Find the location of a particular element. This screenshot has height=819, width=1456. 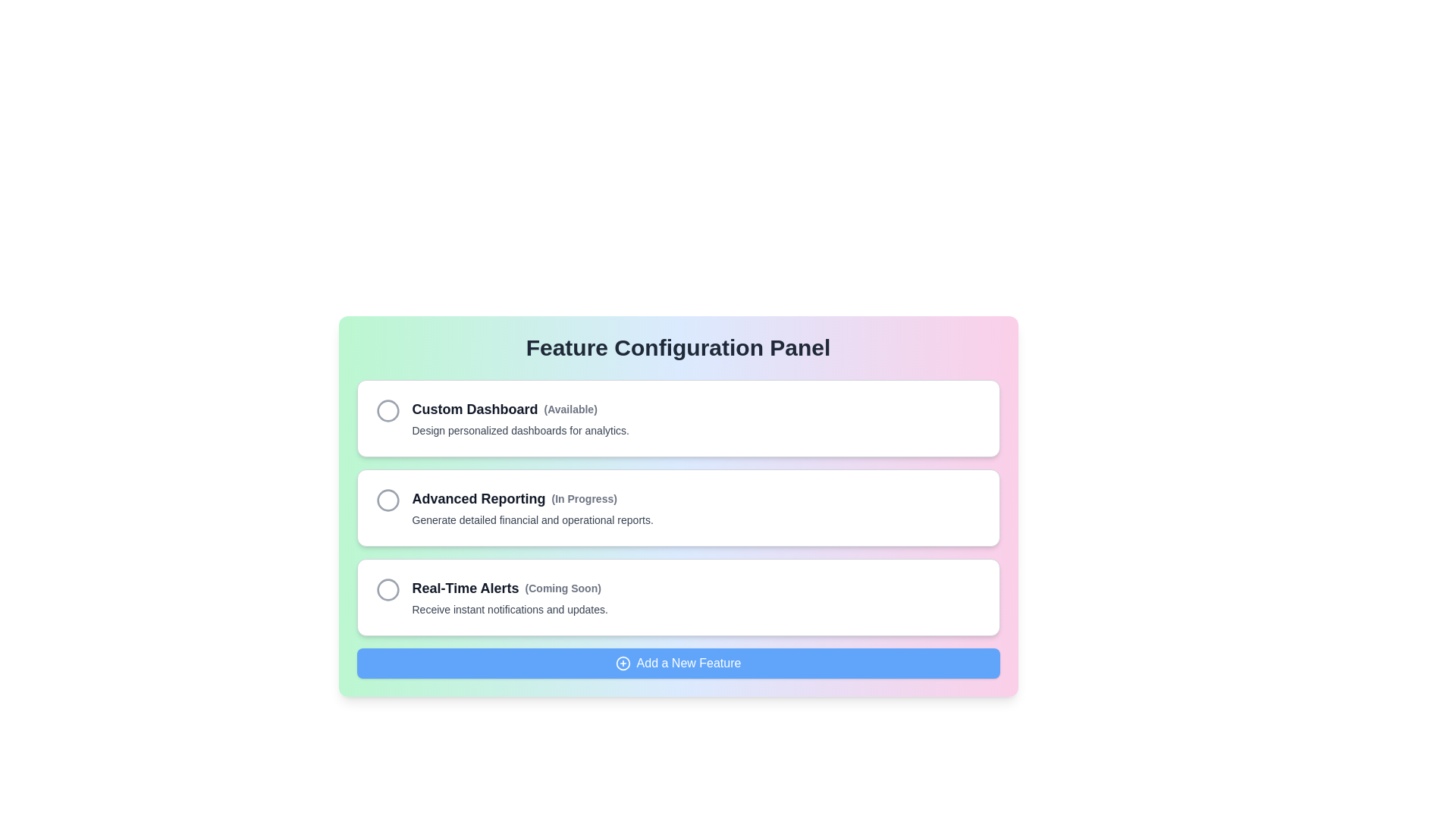

the 'Advanced Reporting' informational card, which indicates its availability as 'In Progress' and is the second card in a list of three stacked cards is located at coordinates (677, 508).